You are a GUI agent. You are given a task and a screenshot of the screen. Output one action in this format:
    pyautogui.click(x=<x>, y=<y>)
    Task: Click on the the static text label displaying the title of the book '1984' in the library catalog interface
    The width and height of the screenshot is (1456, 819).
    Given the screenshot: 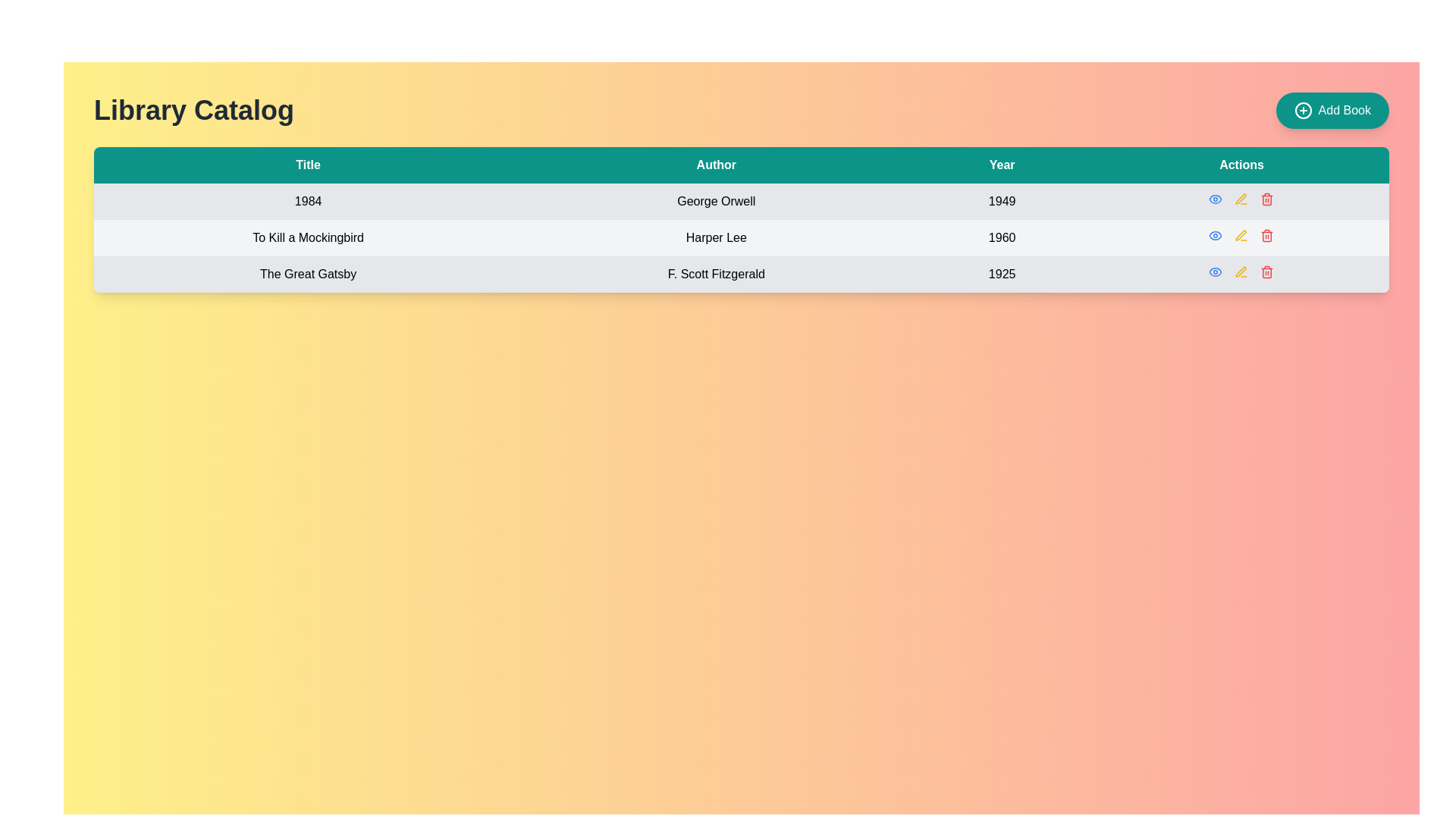 What is the action you would take?
    pyautogui.click(x=307, y=201)
    